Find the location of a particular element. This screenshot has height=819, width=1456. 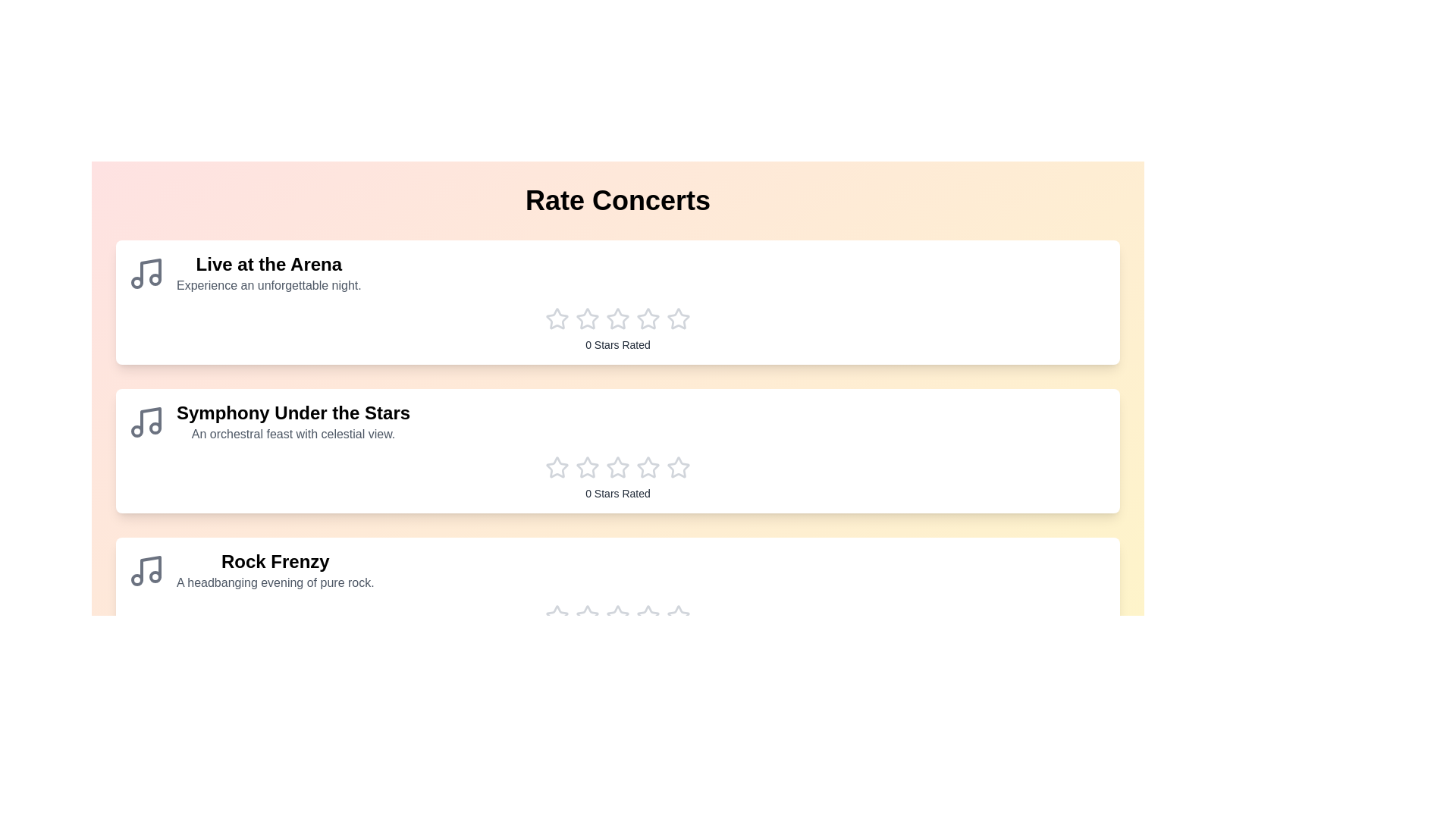

the star corresponding to the rating 3 for the concert Rock Frenzy is located at coordinates (618, 617).